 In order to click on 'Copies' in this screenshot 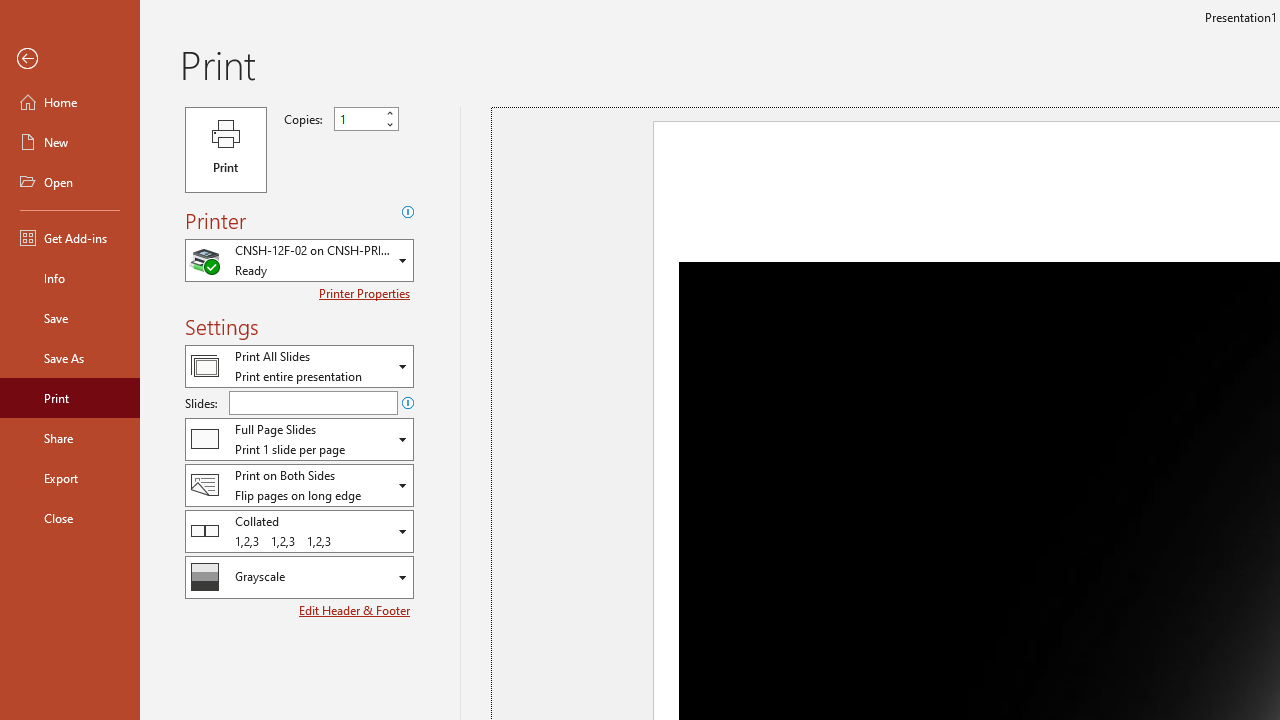, I will do `click(358, 119)`.